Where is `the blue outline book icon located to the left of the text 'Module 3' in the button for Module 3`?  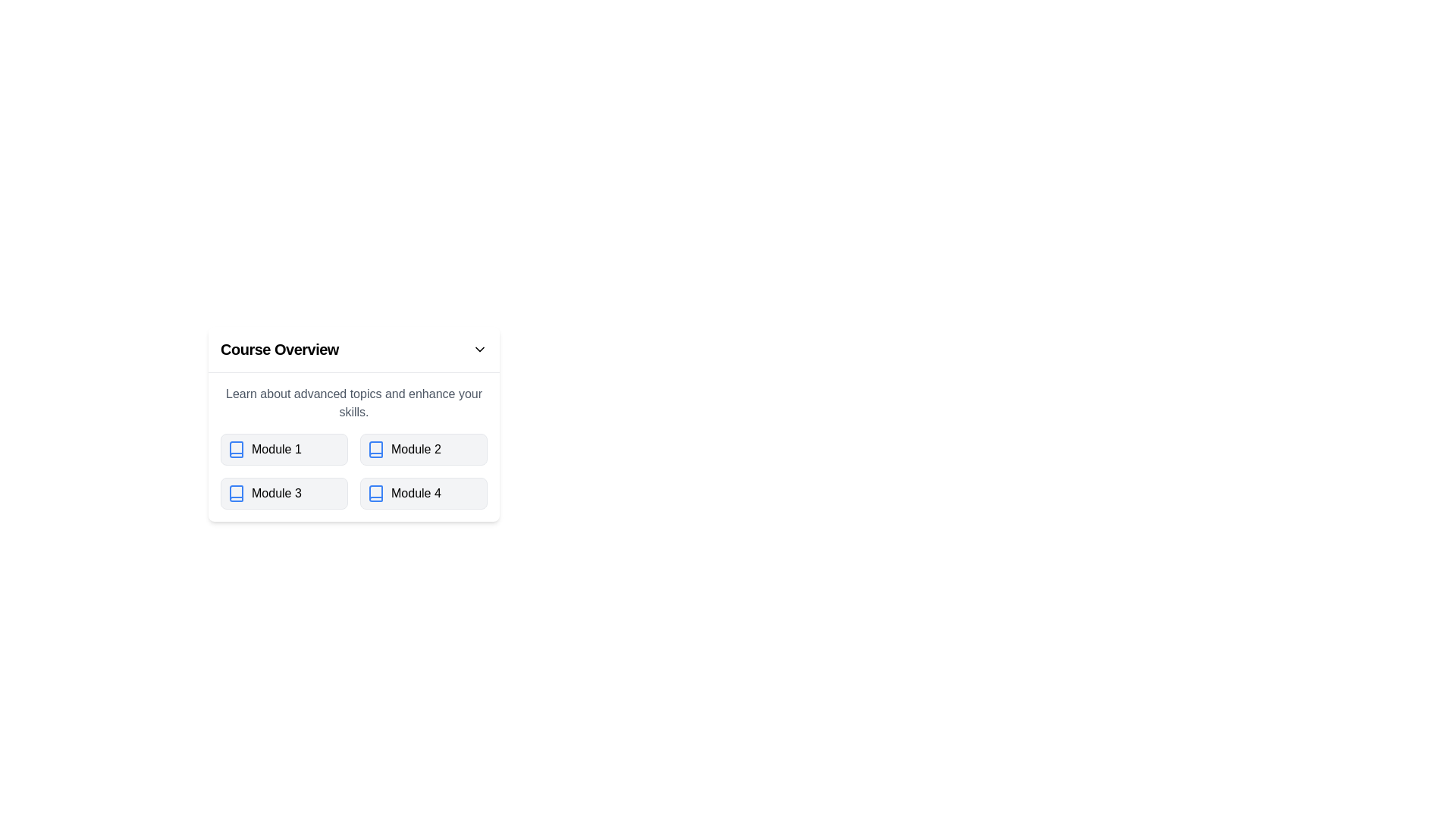
the blue outline book icon located to the left of the text 'Module 3' in the button for Module 3 is located at coordinates (236, 494).